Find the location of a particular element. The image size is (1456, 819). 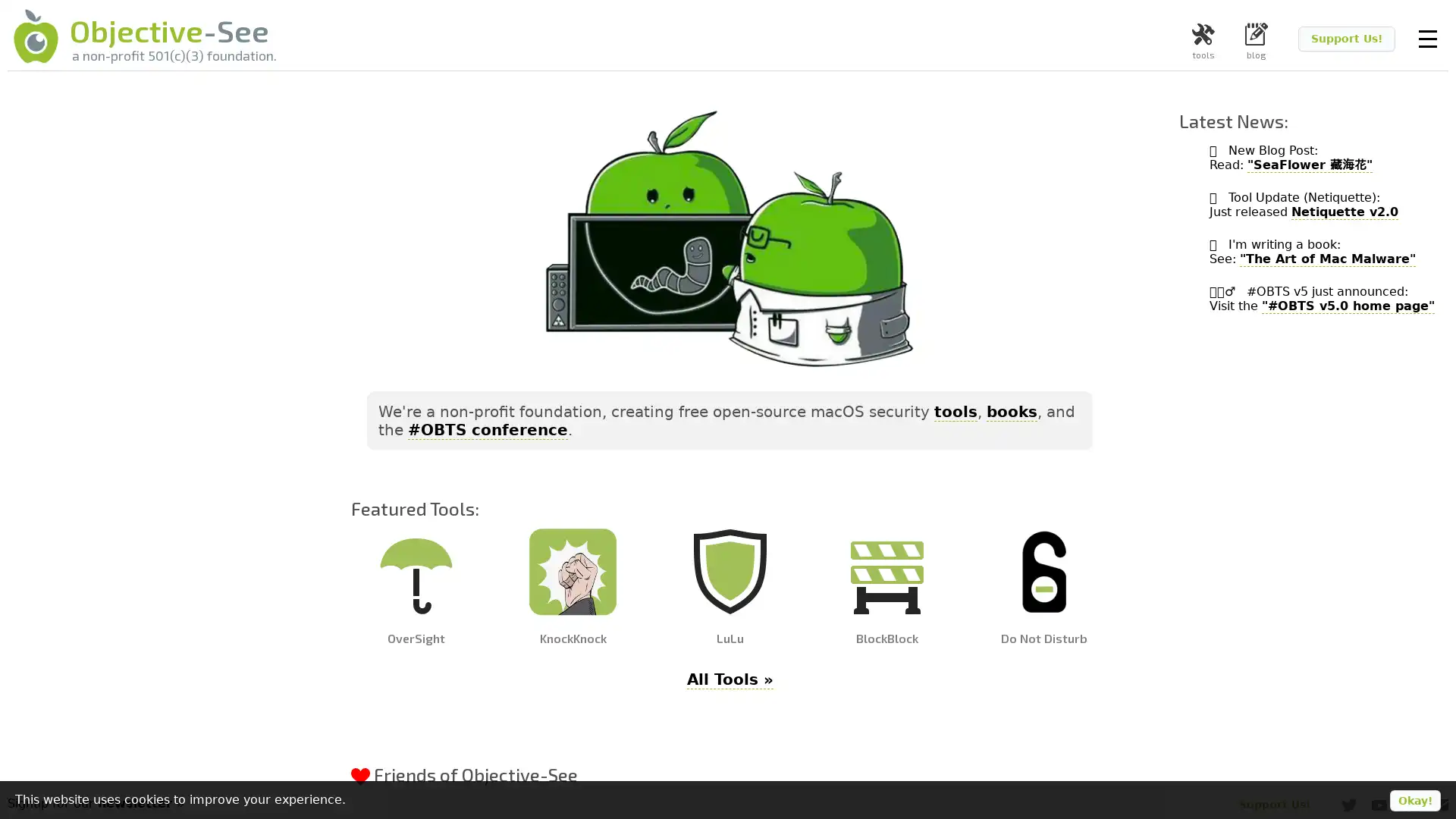

Support Us! is located at coordinates (1347, 38).